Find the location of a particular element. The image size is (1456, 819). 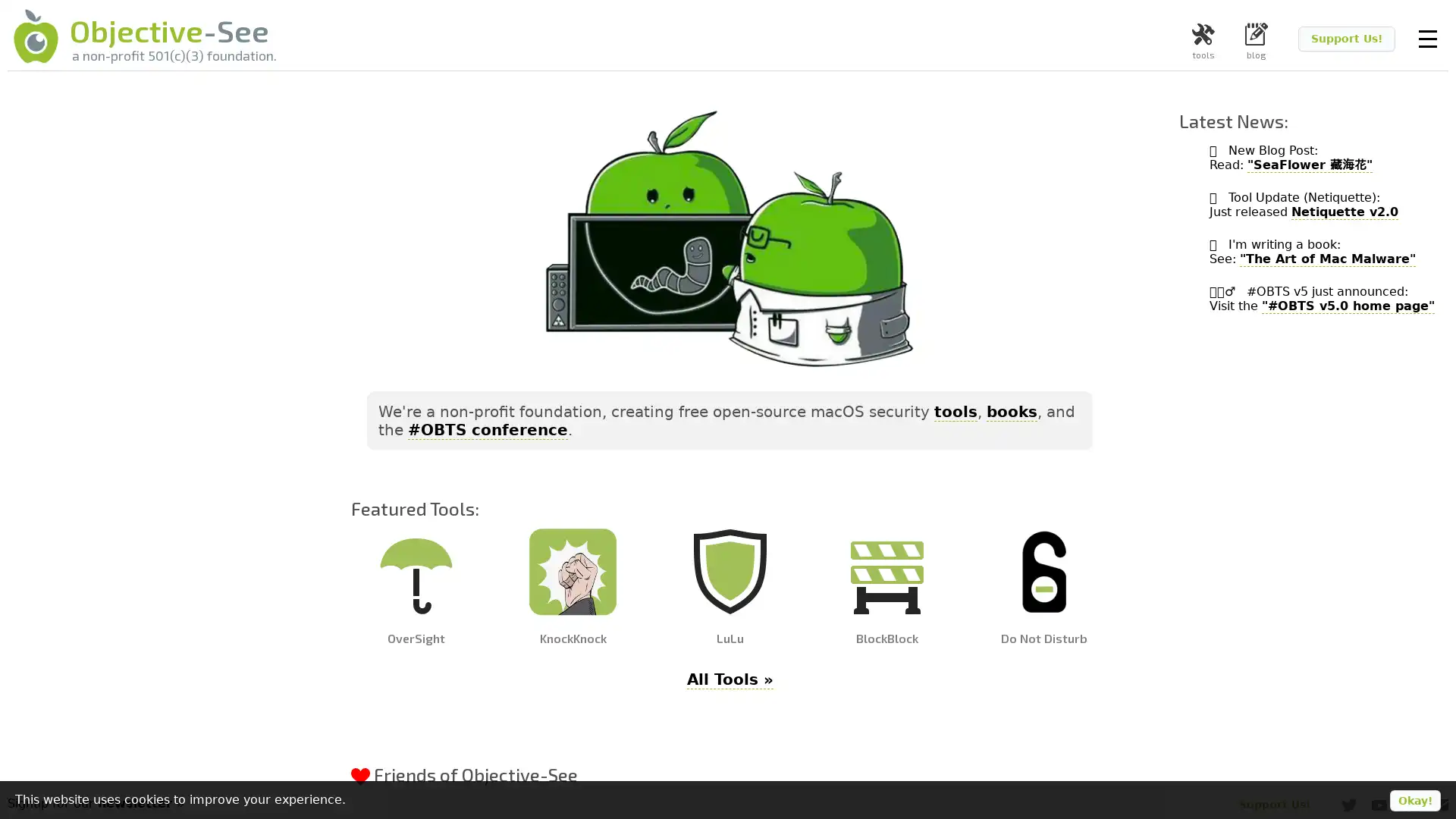

Support Us! is located at coordinates (1347, 38).